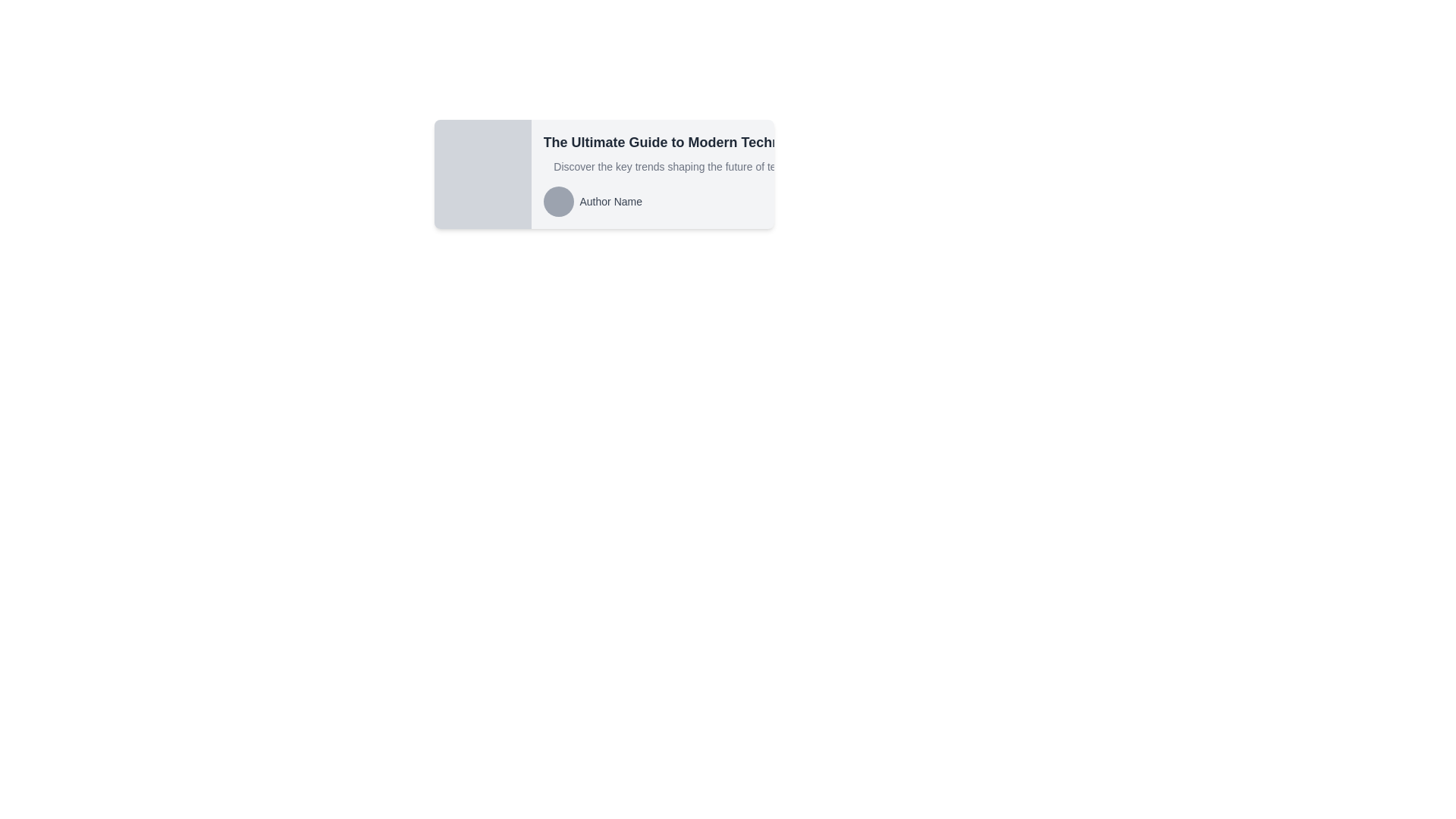 This screenshot has height=819, width=1456. What do you see at coordinates (610, 201) in the screenshot?
I see `text content from the label displaying 'Author Name', which is styled with dark gray text and located to the right of a circular gray avatar` at bounding box center [610, 201].